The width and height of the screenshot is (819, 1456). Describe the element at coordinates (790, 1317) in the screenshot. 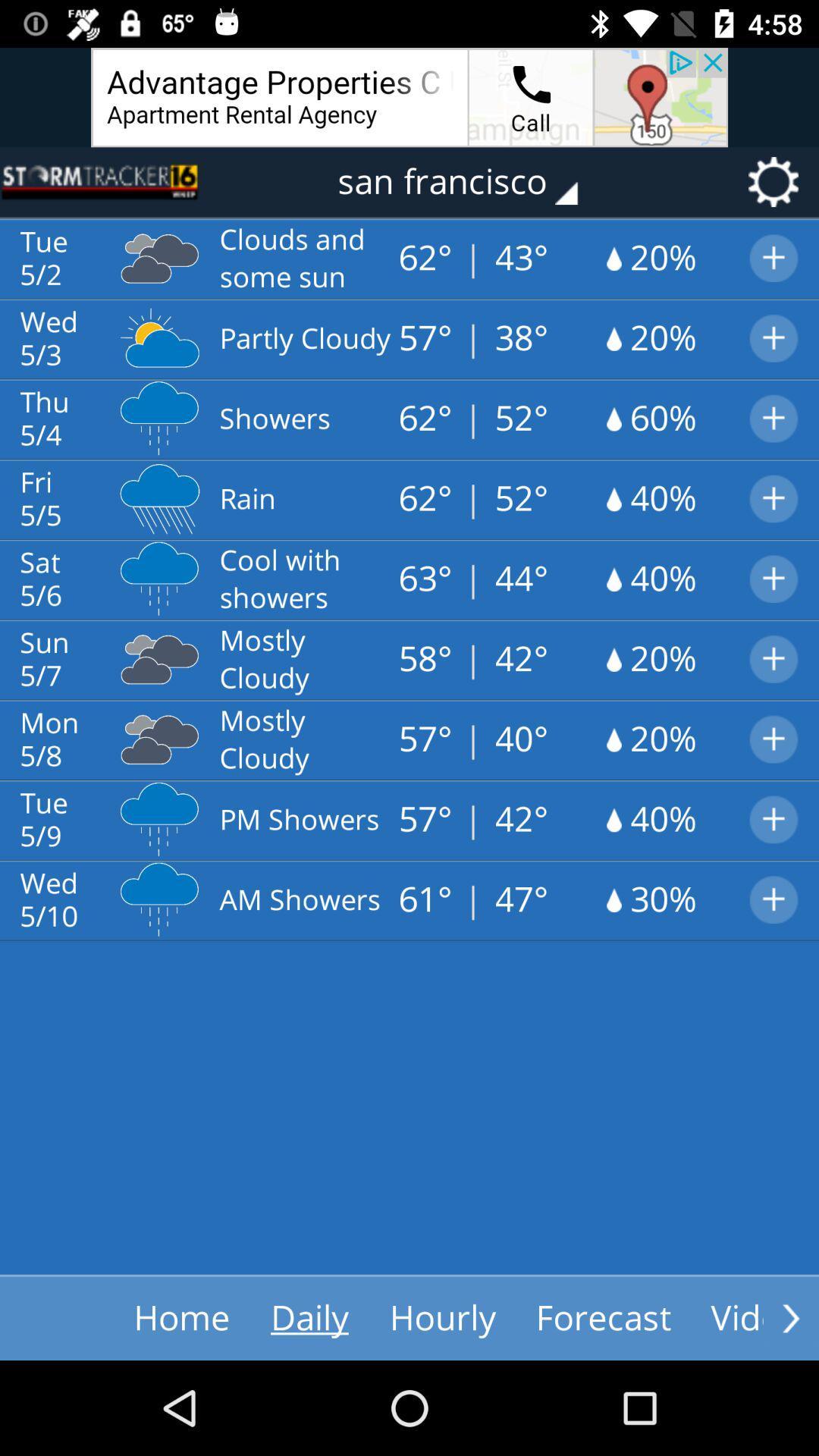

I see `the arrow_forward icon` at that location.